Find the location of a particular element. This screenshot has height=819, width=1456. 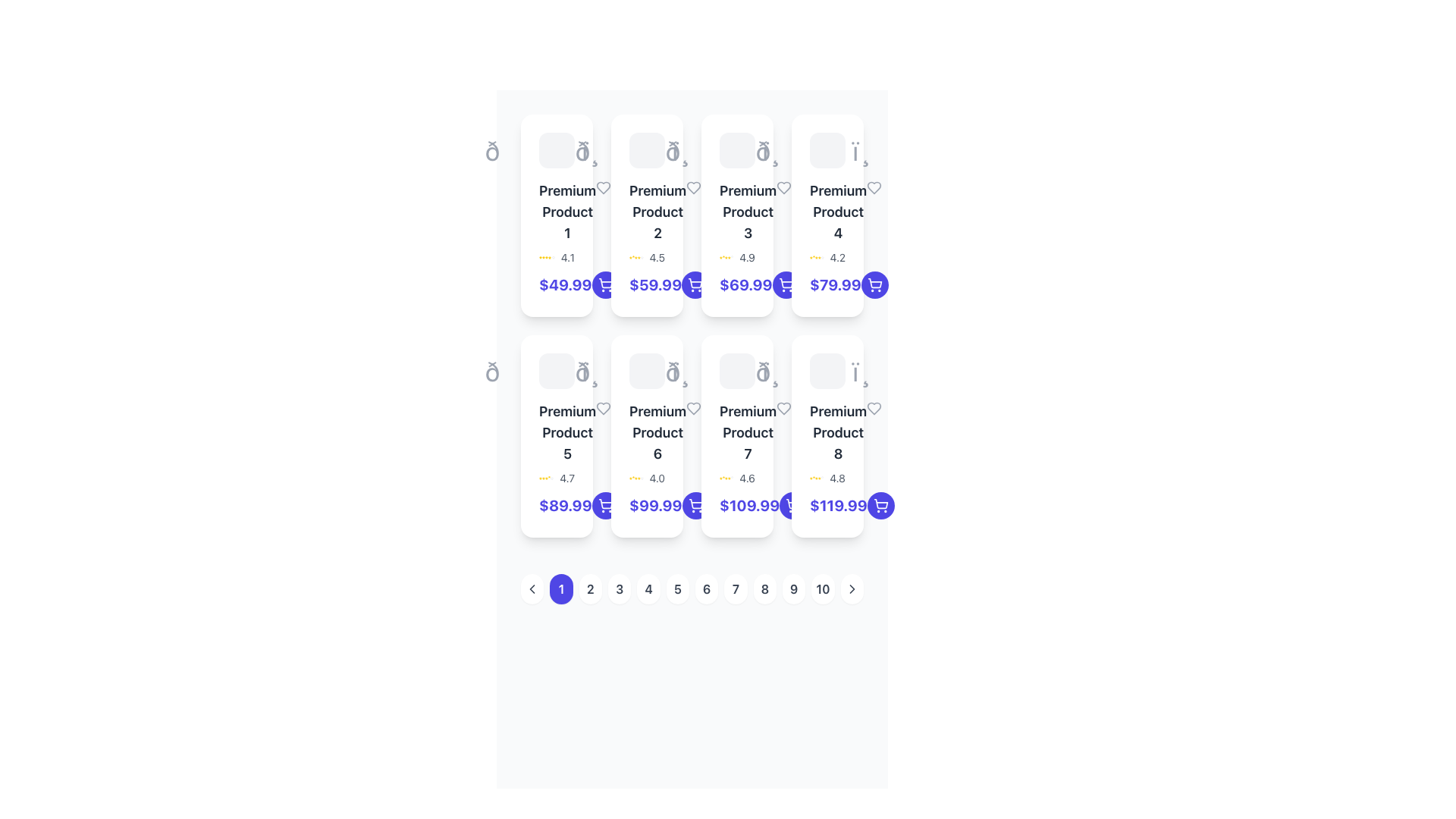

the label displaying 'Premium Product 5' is located at coordinates (556, 432).